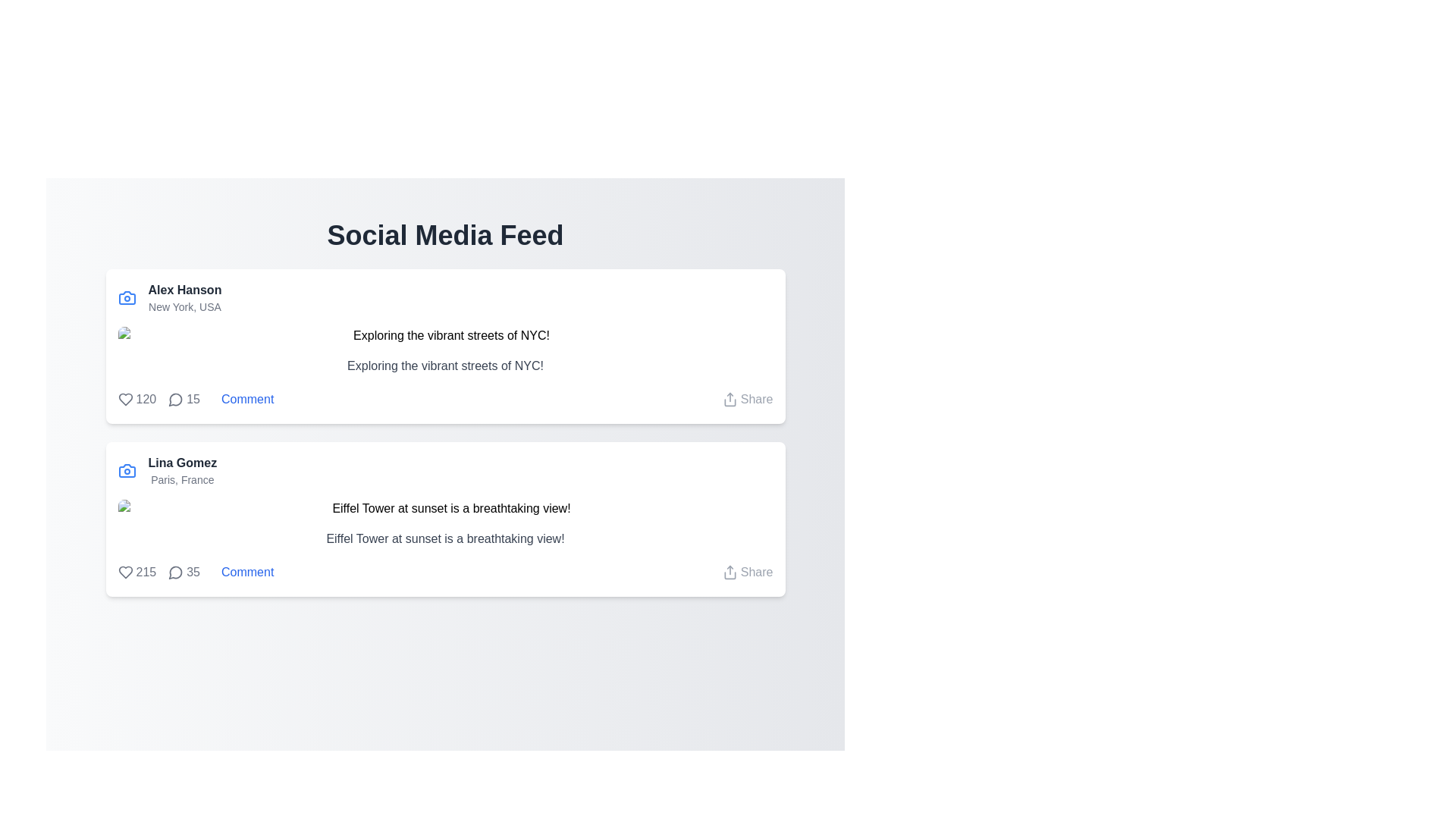  I want to click on the comment icon located to the left of the text displaying '35' comments, so click(176, 573).